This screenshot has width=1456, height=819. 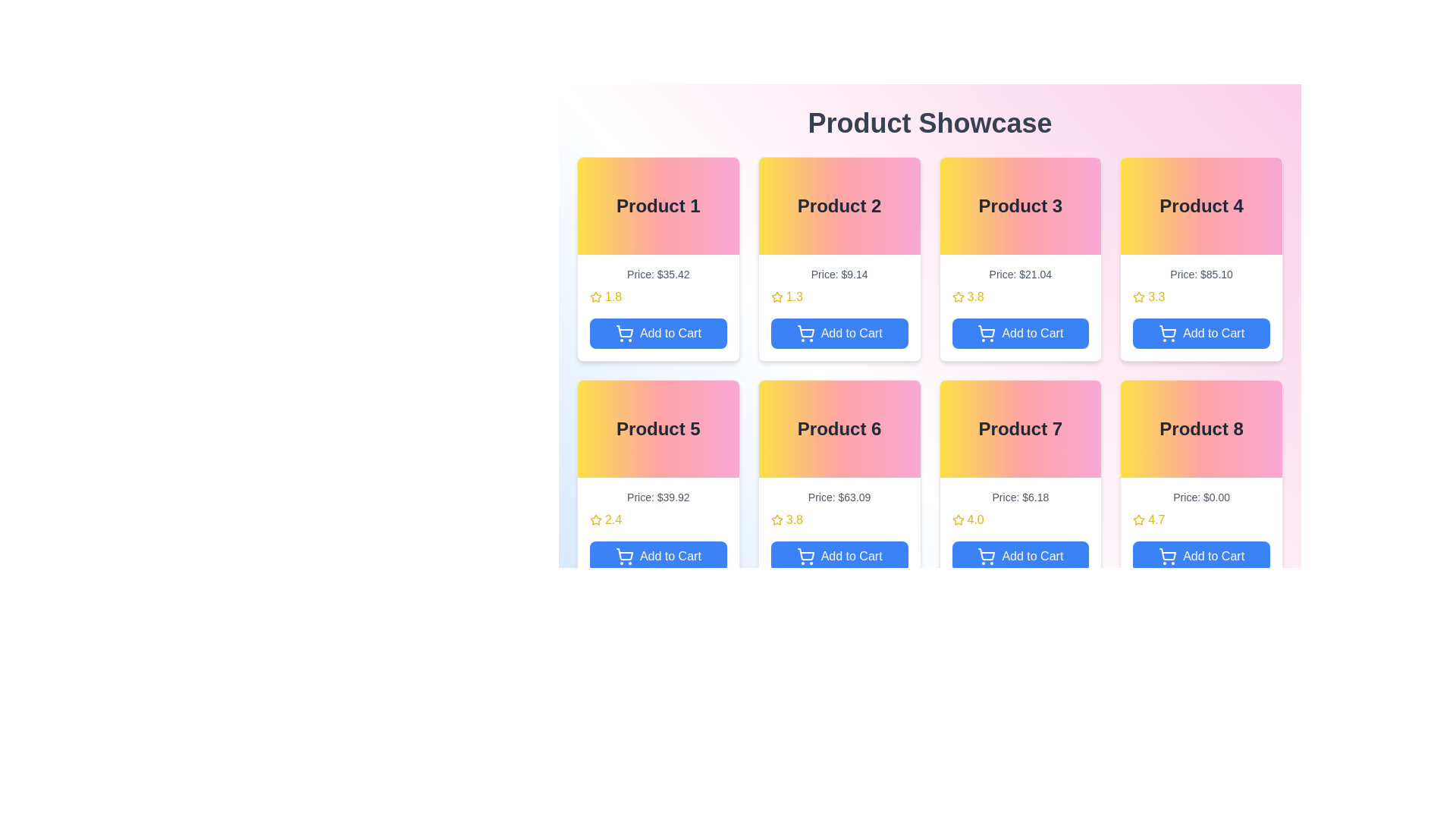 What do you see at coordinates (805, 554) in the screenshot?
I see `the shopping cart icon, which is a minimalistic white outline on a blue background, located within the 'Add to Cart' button for 'Product 6' in the second row, fourth column of the grid layout` at bounding box center [805, 554].